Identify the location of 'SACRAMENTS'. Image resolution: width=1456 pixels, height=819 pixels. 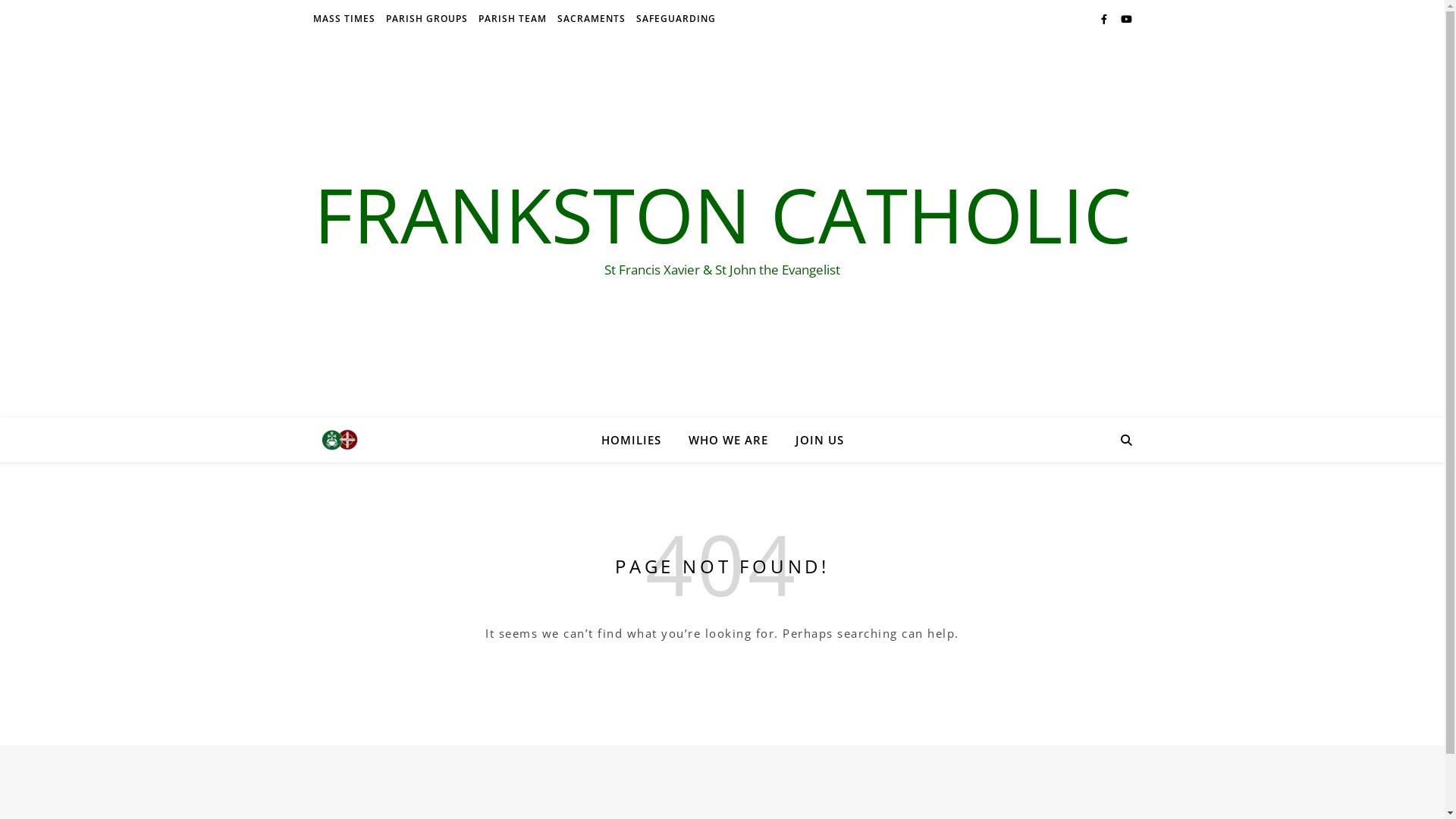
(590, 18).